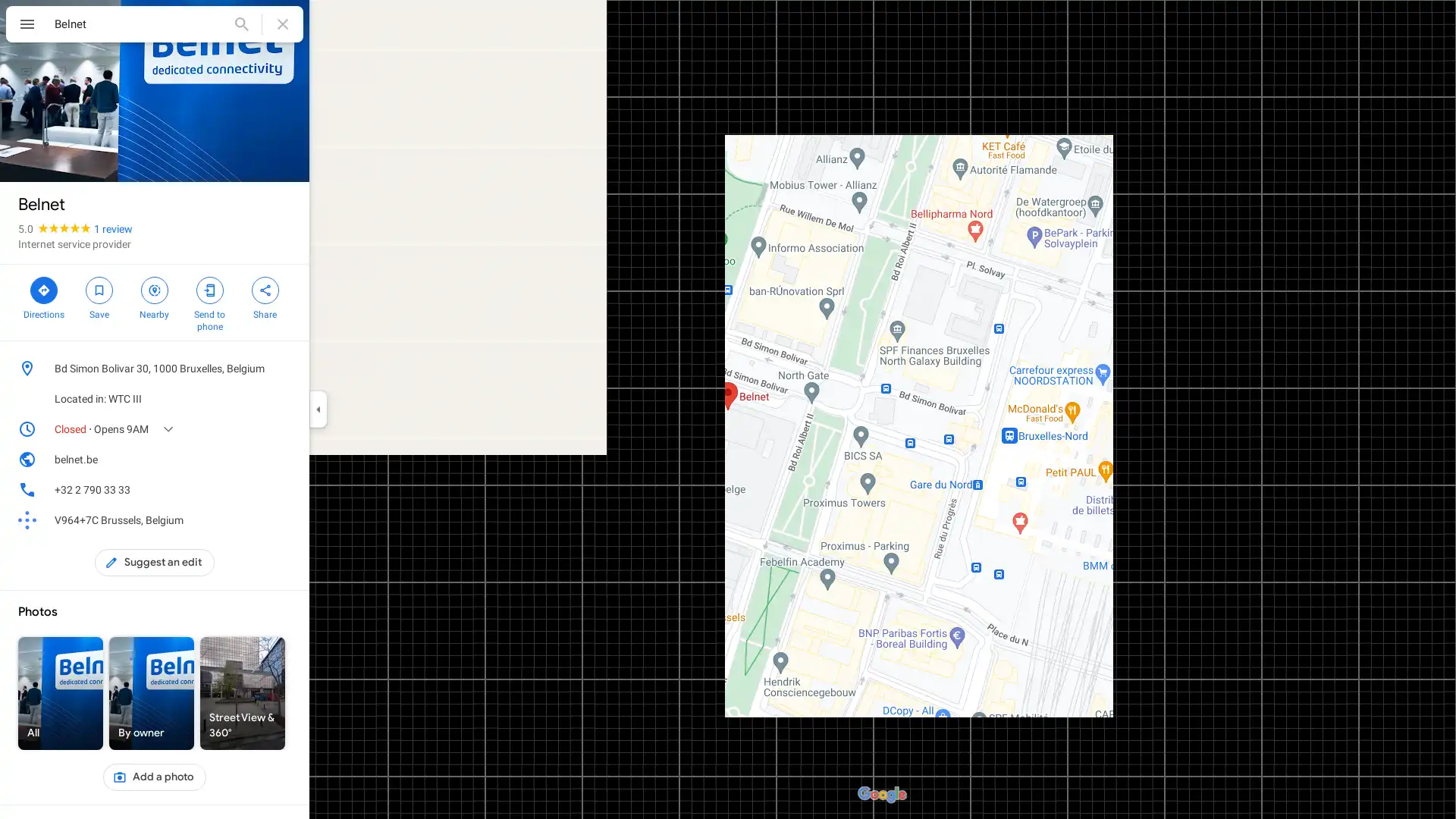  I want to click on 2 photos, so click(51, 157).